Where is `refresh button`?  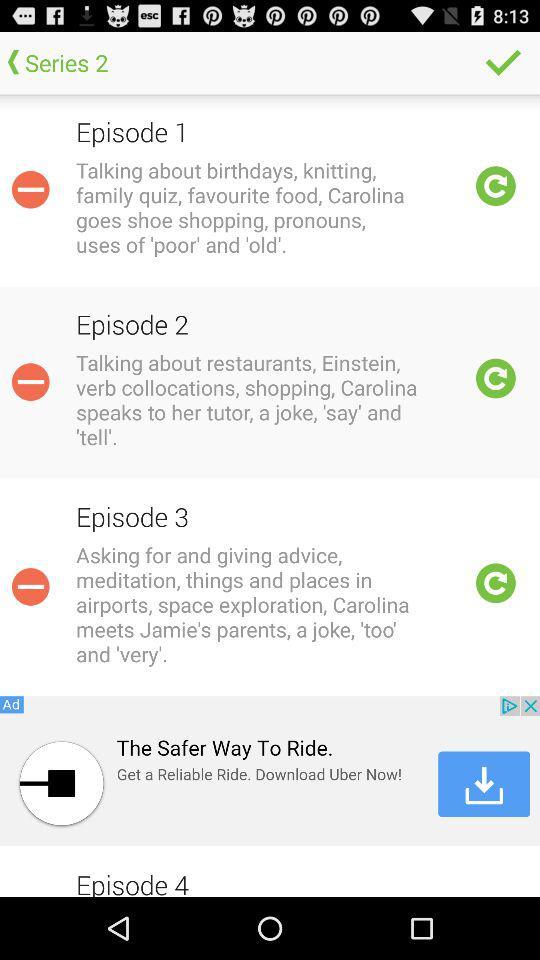
refresh button is located at coordinates (495, 377).